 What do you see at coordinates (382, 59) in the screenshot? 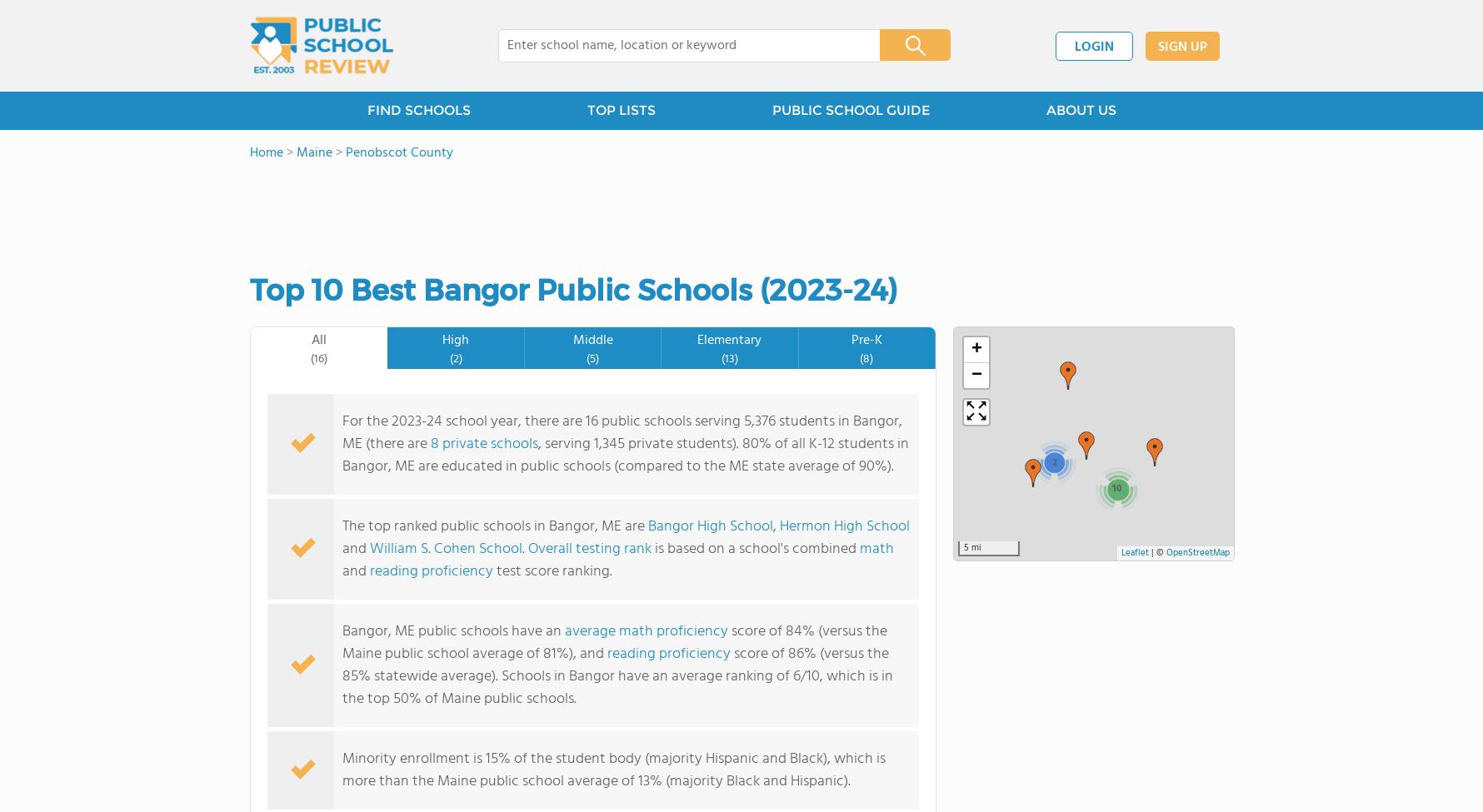
I see `'Downeast School'` at bounding box center [382, 59].